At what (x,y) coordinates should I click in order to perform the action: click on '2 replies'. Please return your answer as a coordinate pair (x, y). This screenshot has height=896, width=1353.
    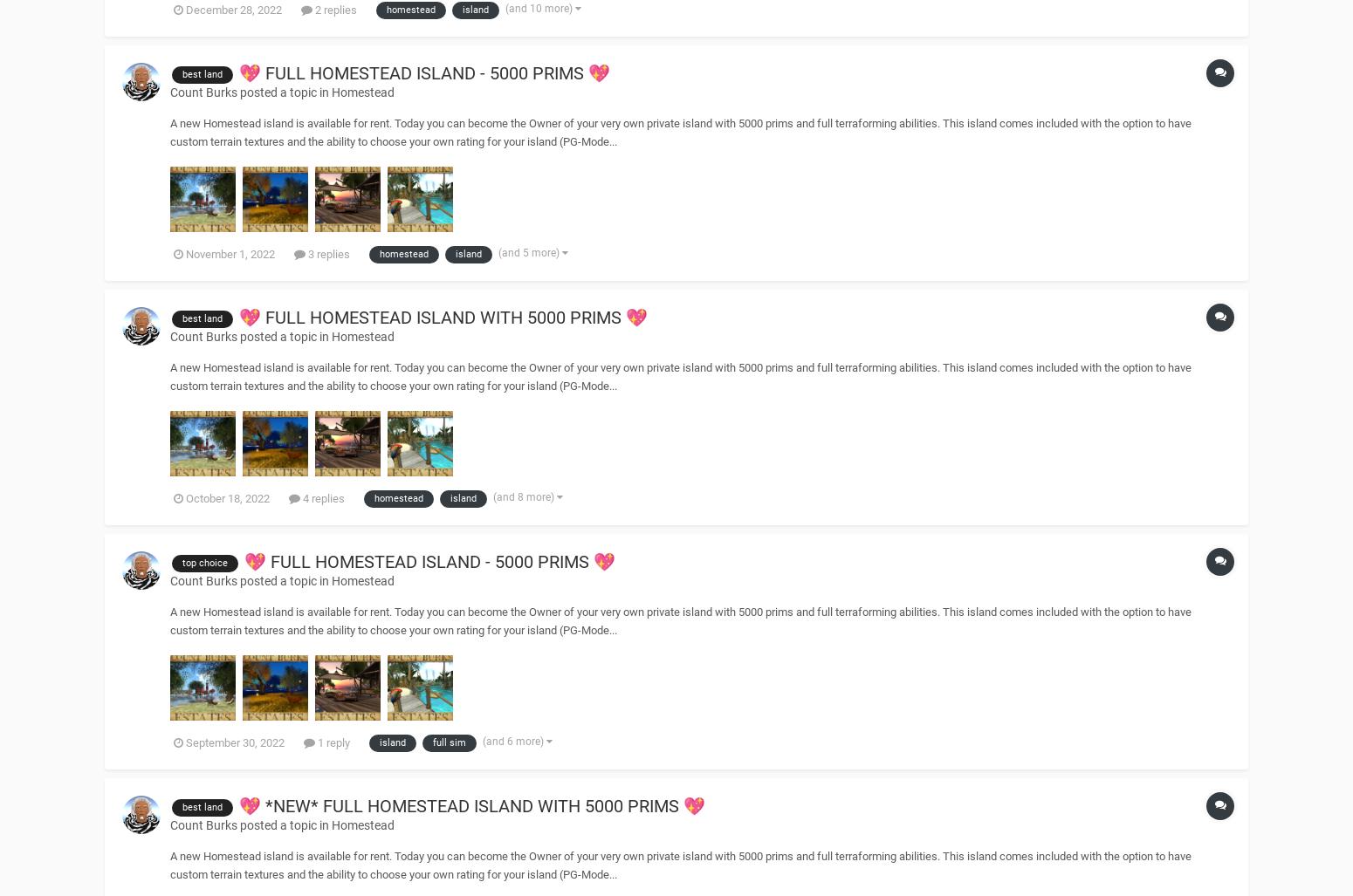
    Looking at the image, I should click on (312, 9).